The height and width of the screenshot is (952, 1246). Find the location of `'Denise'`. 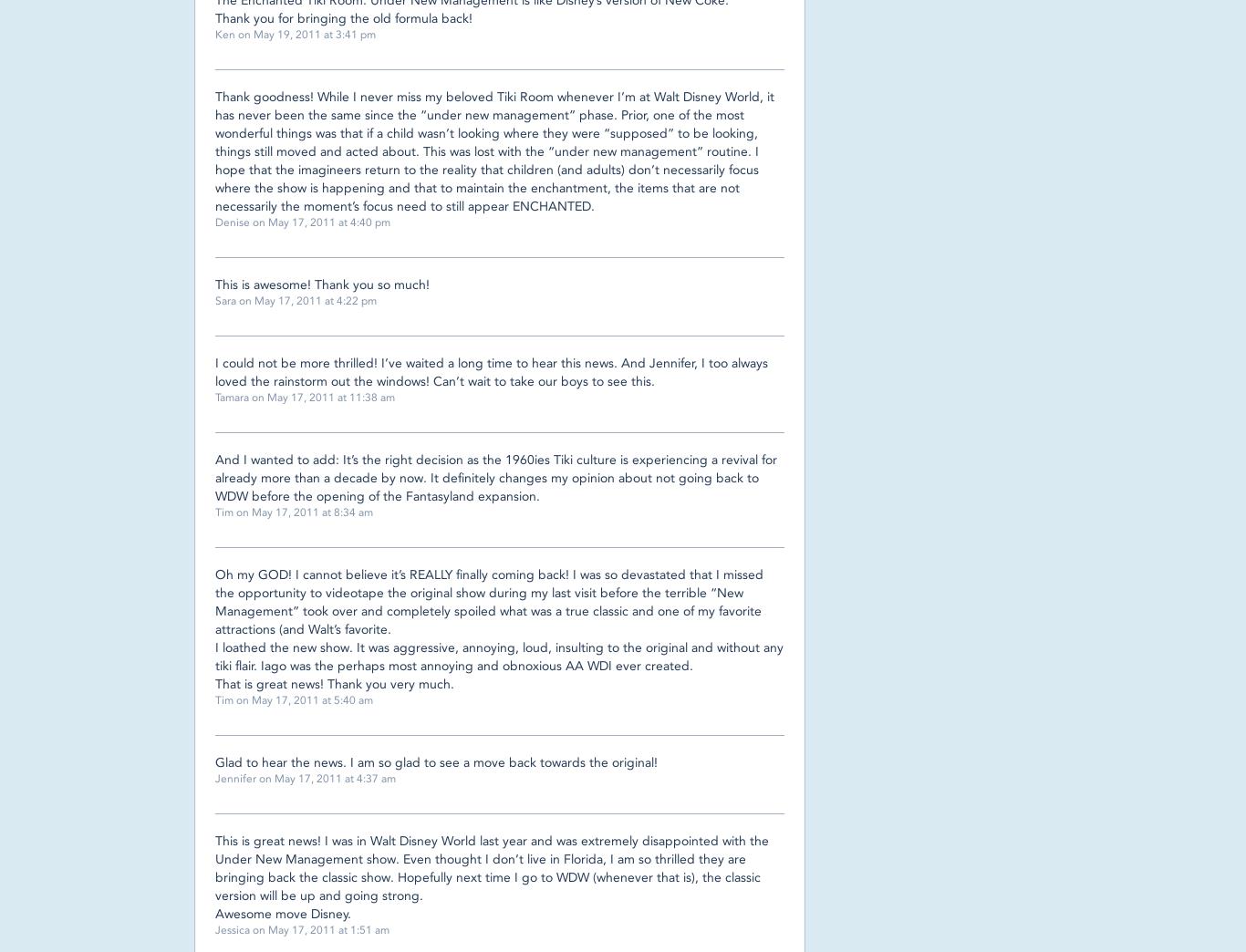

'Denise' is located at coordinates (215, 222).